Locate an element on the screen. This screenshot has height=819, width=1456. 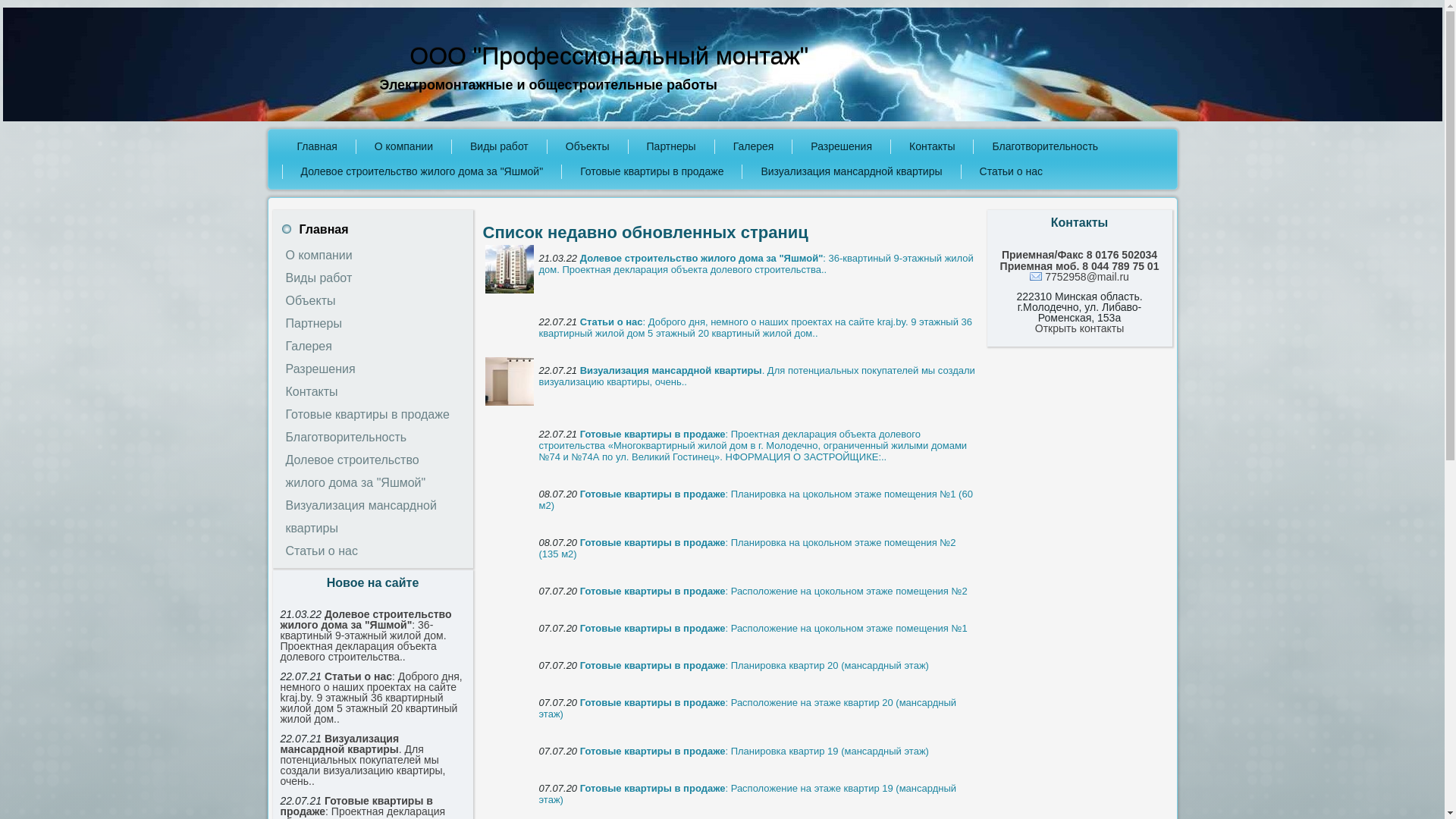
'7752958@mail.ru' is located at coordinates (1078, 277).